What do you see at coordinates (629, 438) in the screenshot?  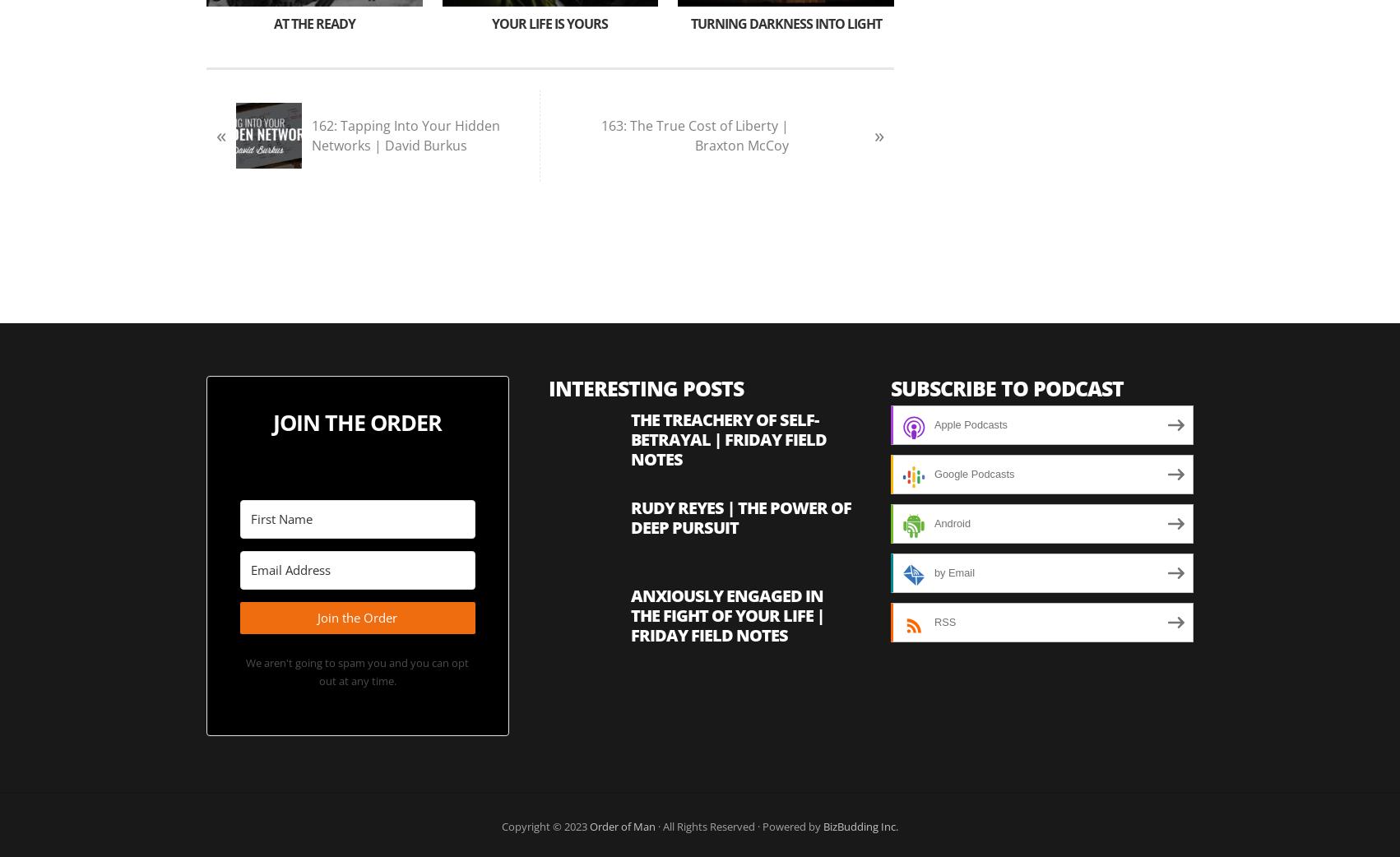 I see `'The Treachery of Self-Betrayal | FRIDAY FIELD NOTES'` at bounding box center [629, 438].